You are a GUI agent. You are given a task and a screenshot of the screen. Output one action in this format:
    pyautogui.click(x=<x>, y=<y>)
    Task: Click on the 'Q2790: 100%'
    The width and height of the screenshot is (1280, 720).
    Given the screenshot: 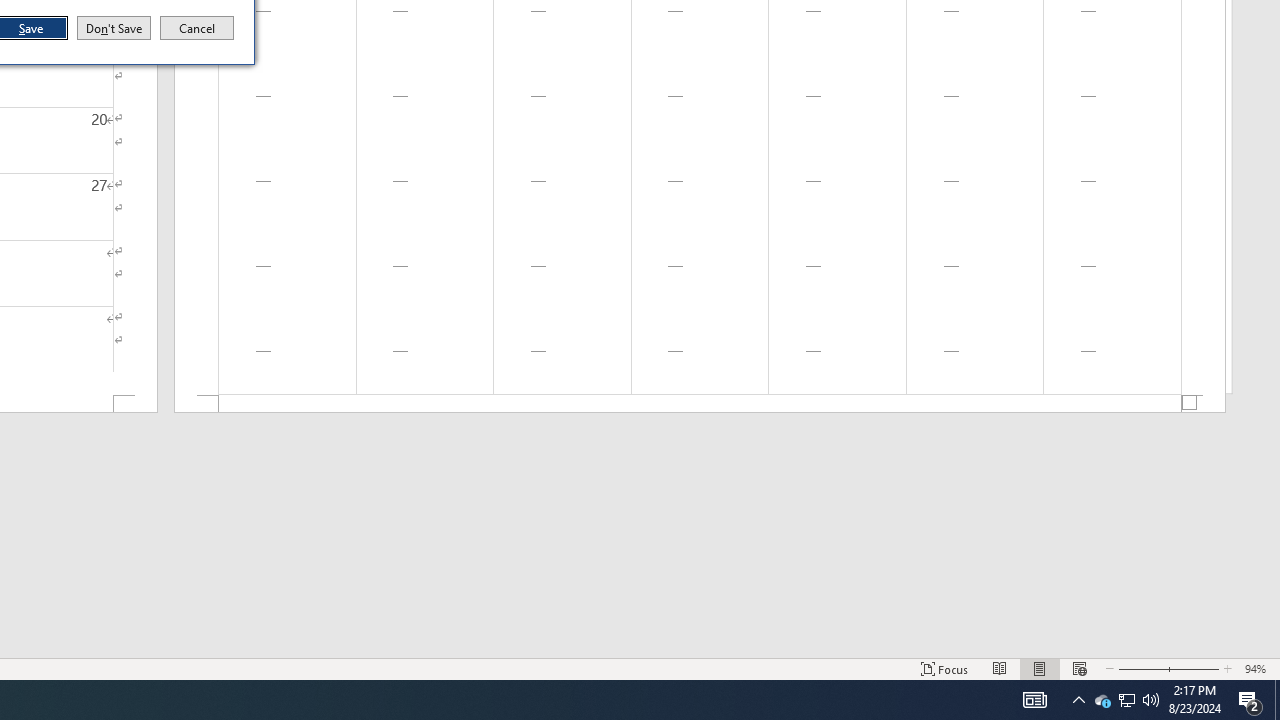 What is the action you would take?
    pyautogui.click(x=1151, y=698)
    